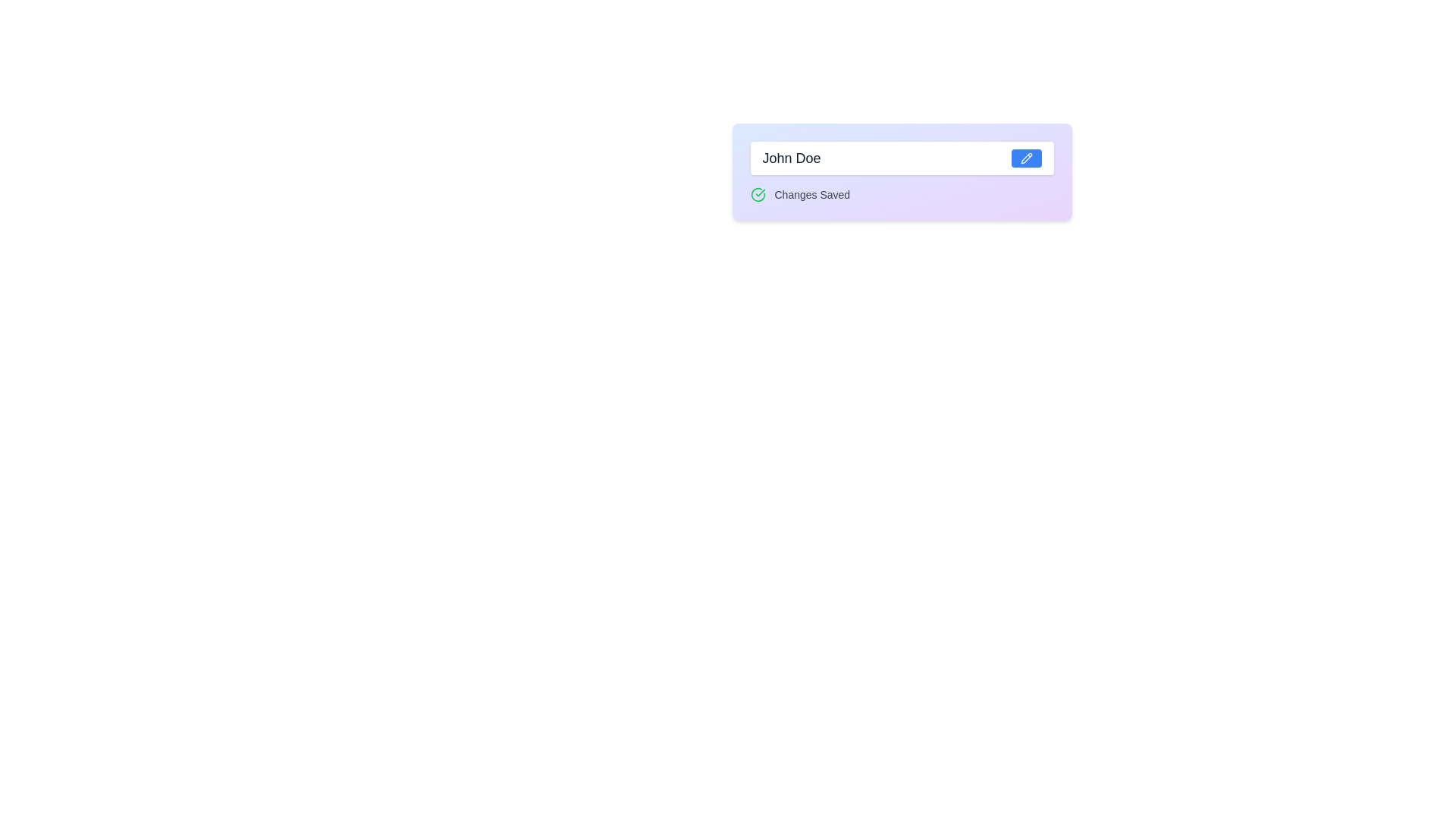 Image resolution: width=1456 pixels, height=819 pixels. I want to click on the blue pencil-shaped icon button located at the right margin of the input field containing the name 'John Doe', so click(1026, 158).